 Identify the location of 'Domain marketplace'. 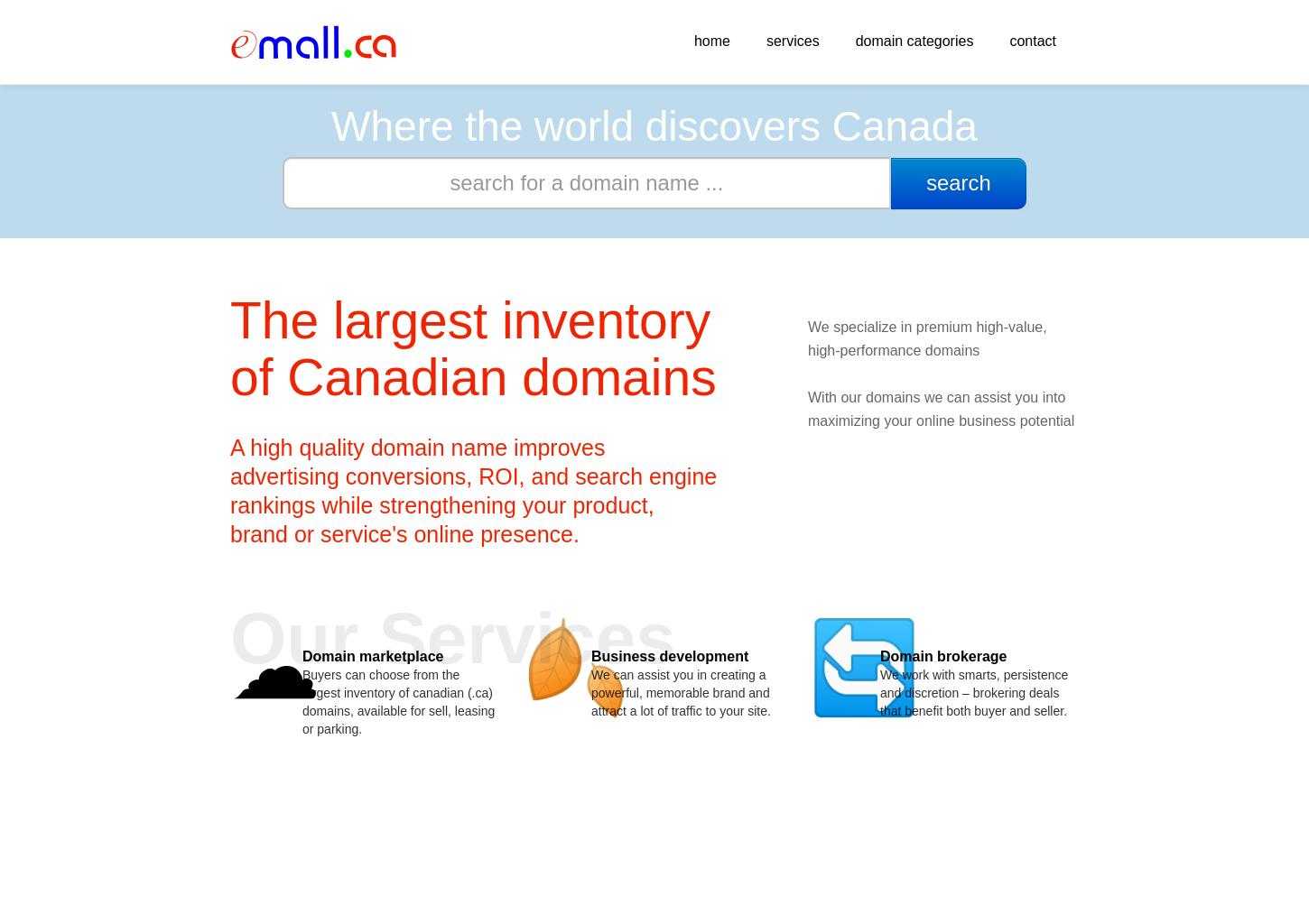
(302, 655).